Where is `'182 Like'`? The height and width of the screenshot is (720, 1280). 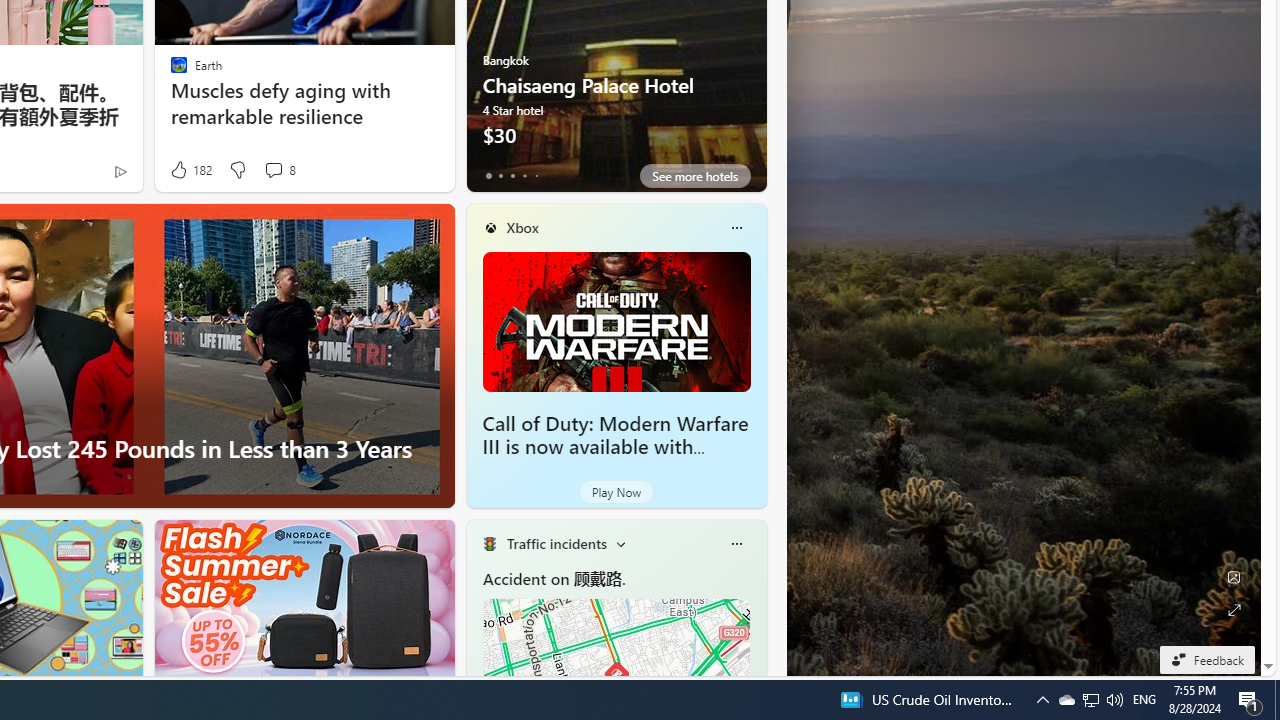
'182 Like' is located at coordinates (190, 169).